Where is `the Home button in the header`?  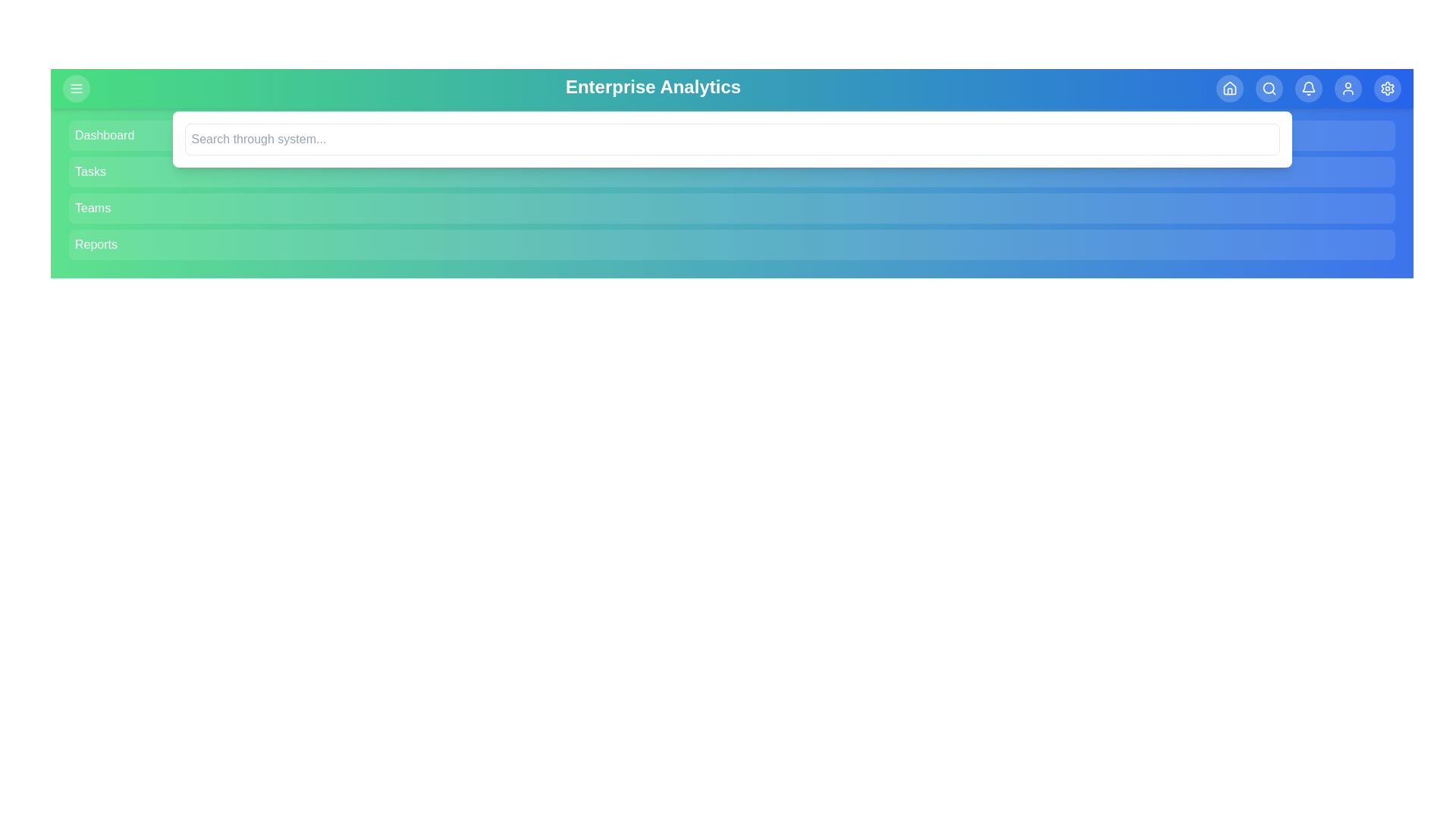
the Home button in the header is located at coordinates (1230, 88).